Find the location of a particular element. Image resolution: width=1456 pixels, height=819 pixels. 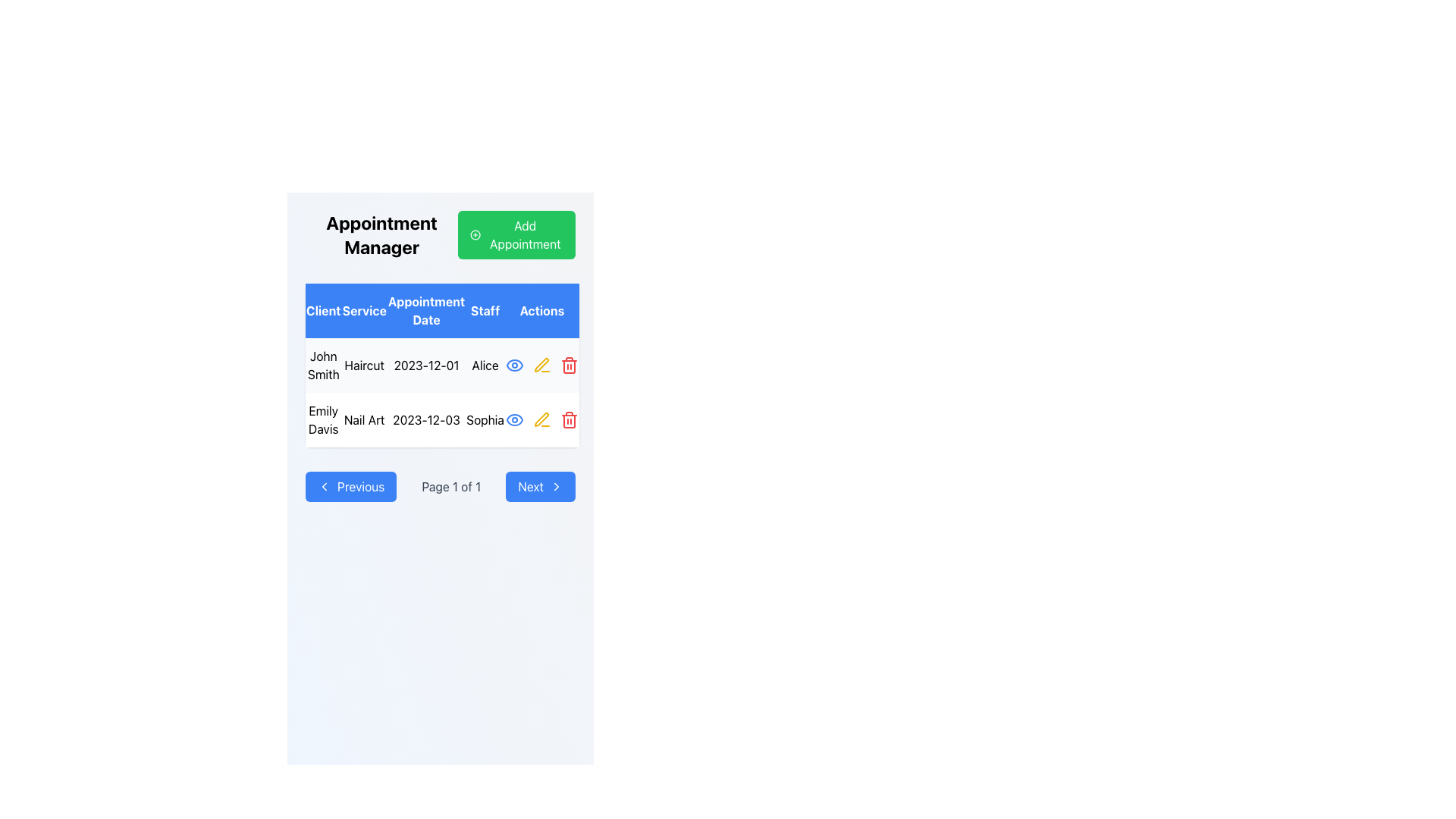

the second row of the Appointment Manager table is located at coordinates (441, 391).